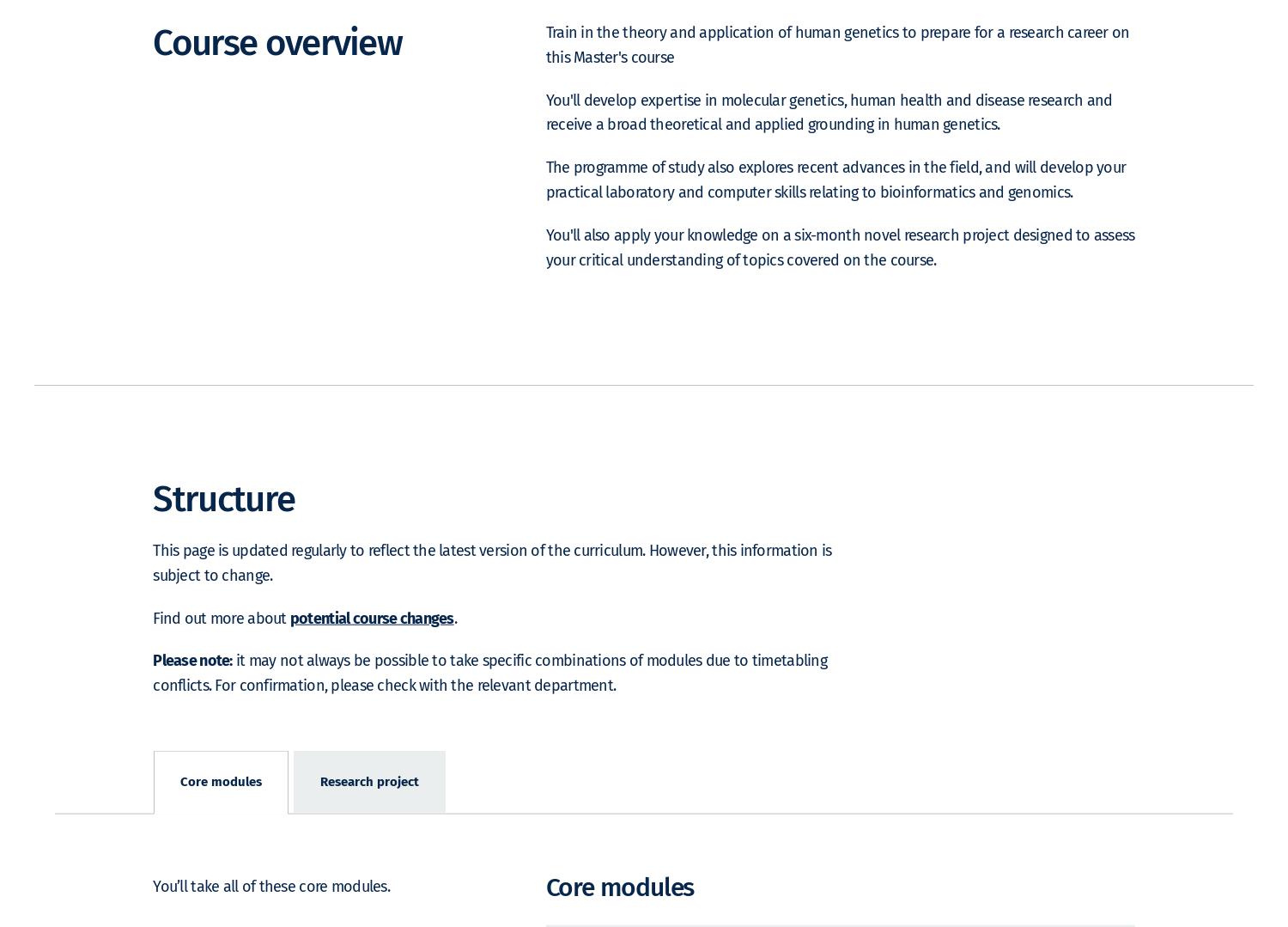 The image size is (1288, 927). Describe the element at coordinates (827, 137) in the screenshot. I see `'You'll develop expertise in molecular genetics, human health and disease research and receive a broad theoretical and applied grounding in human genetics.'` at that location.